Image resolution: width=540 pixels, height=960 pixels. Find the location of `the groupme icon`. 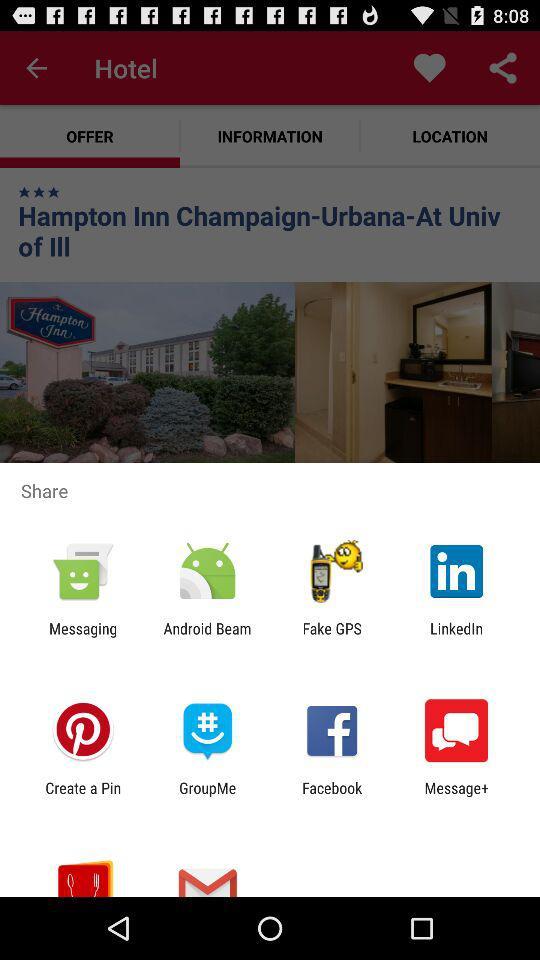

the groupme icon is located at coordinates (206, 796).